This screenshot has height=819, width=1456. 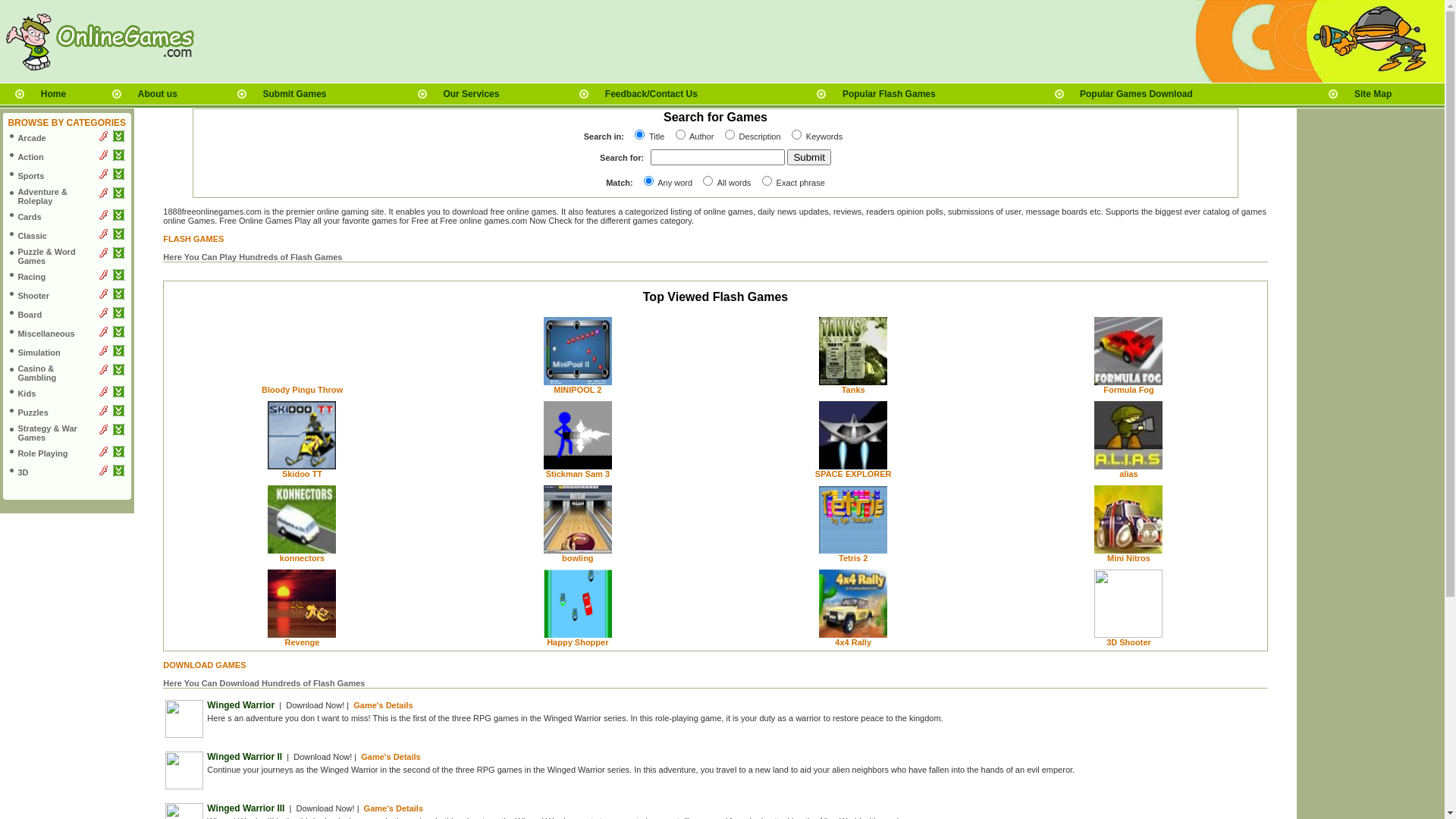 What do you see at coordinates (192, 239) in the screenshot?
I see `'FLASH GAMES'` at bounding box center [192, 239].